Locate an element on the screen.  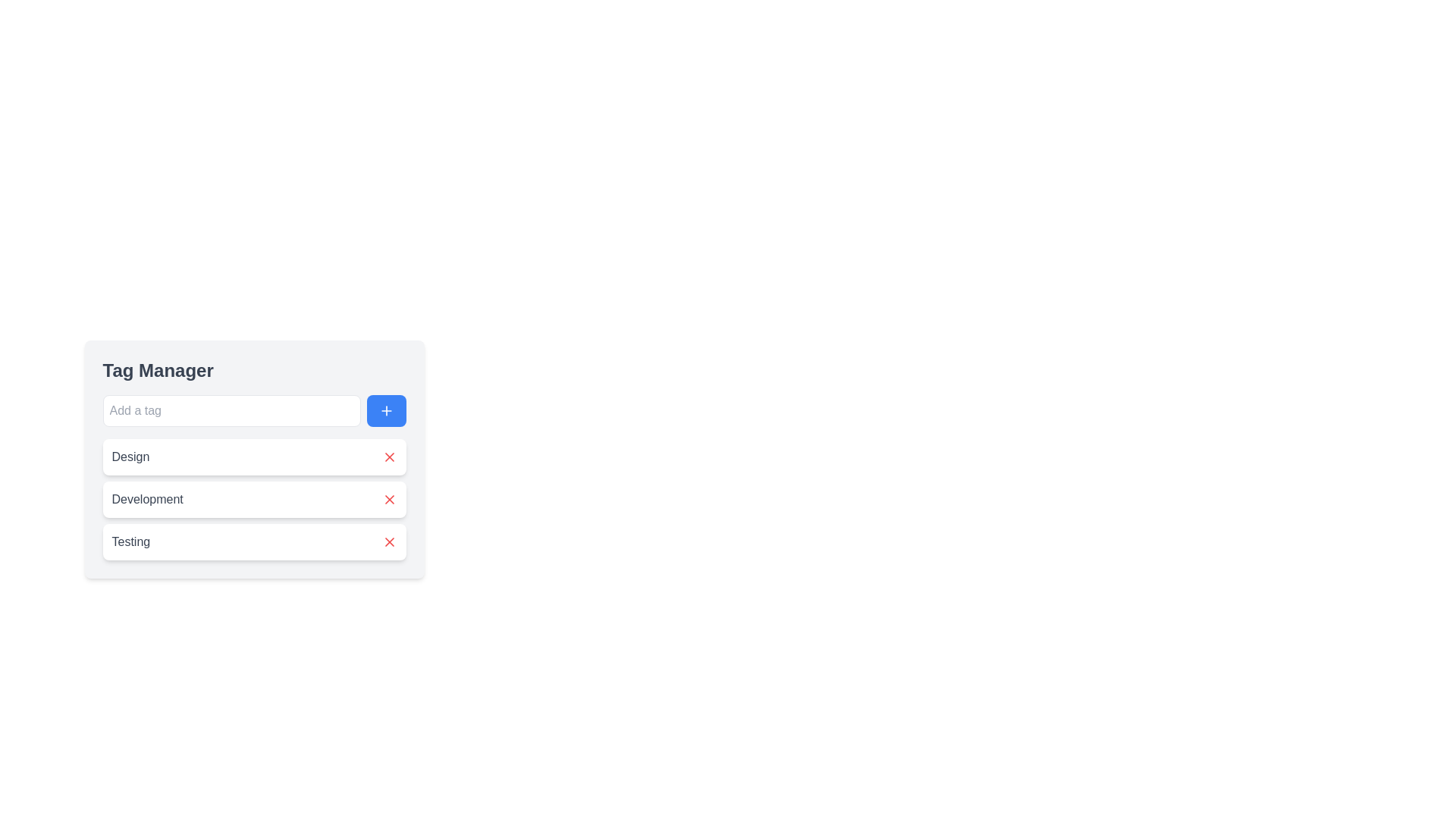
the delete icon in the 'Development' list item within the 'Tag Manager' interface is located at coordinates (389, 500).